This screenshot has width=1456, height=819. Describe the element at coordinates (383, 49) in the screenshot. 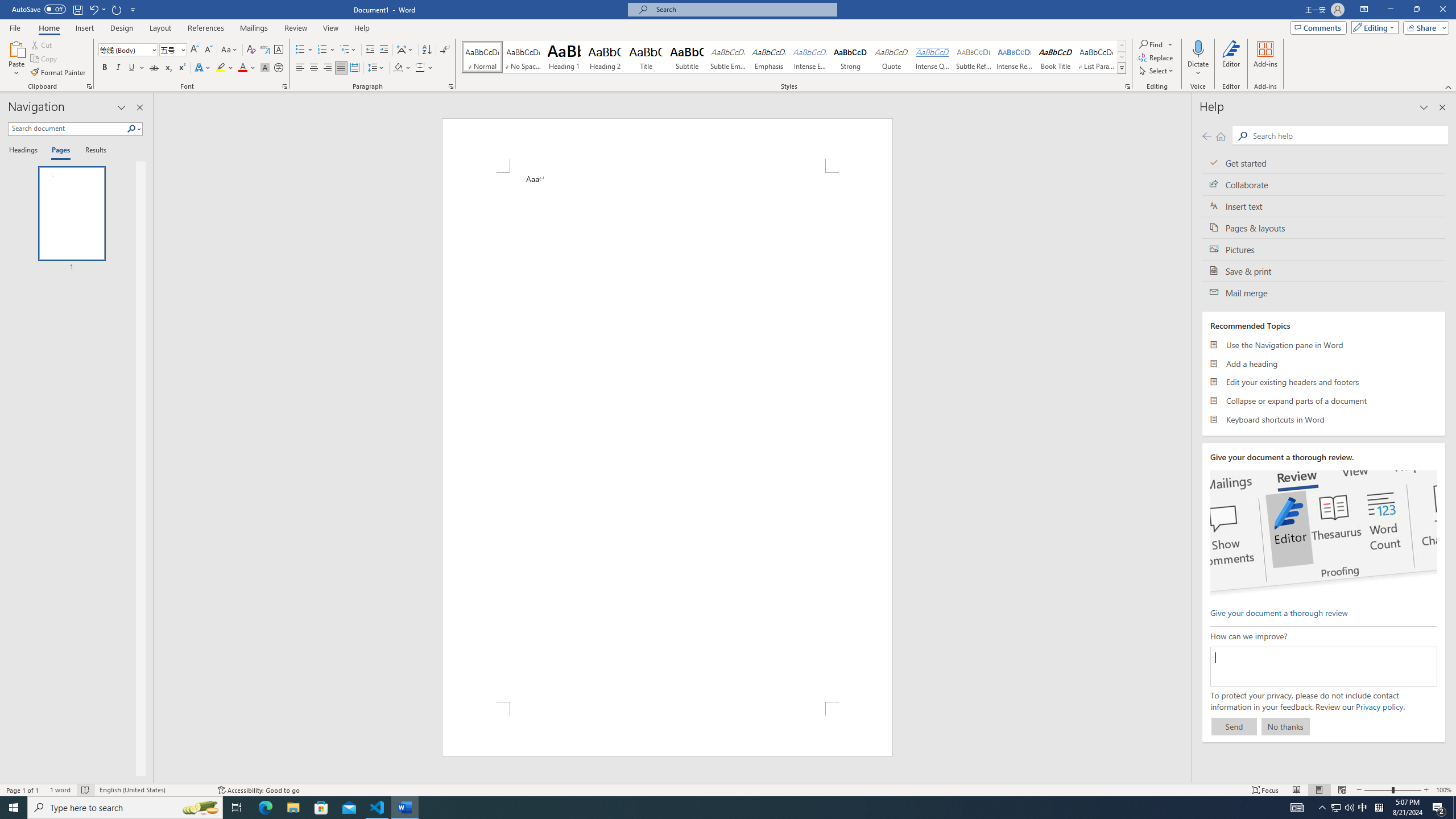

I see `'Increase Indent'` at that location.